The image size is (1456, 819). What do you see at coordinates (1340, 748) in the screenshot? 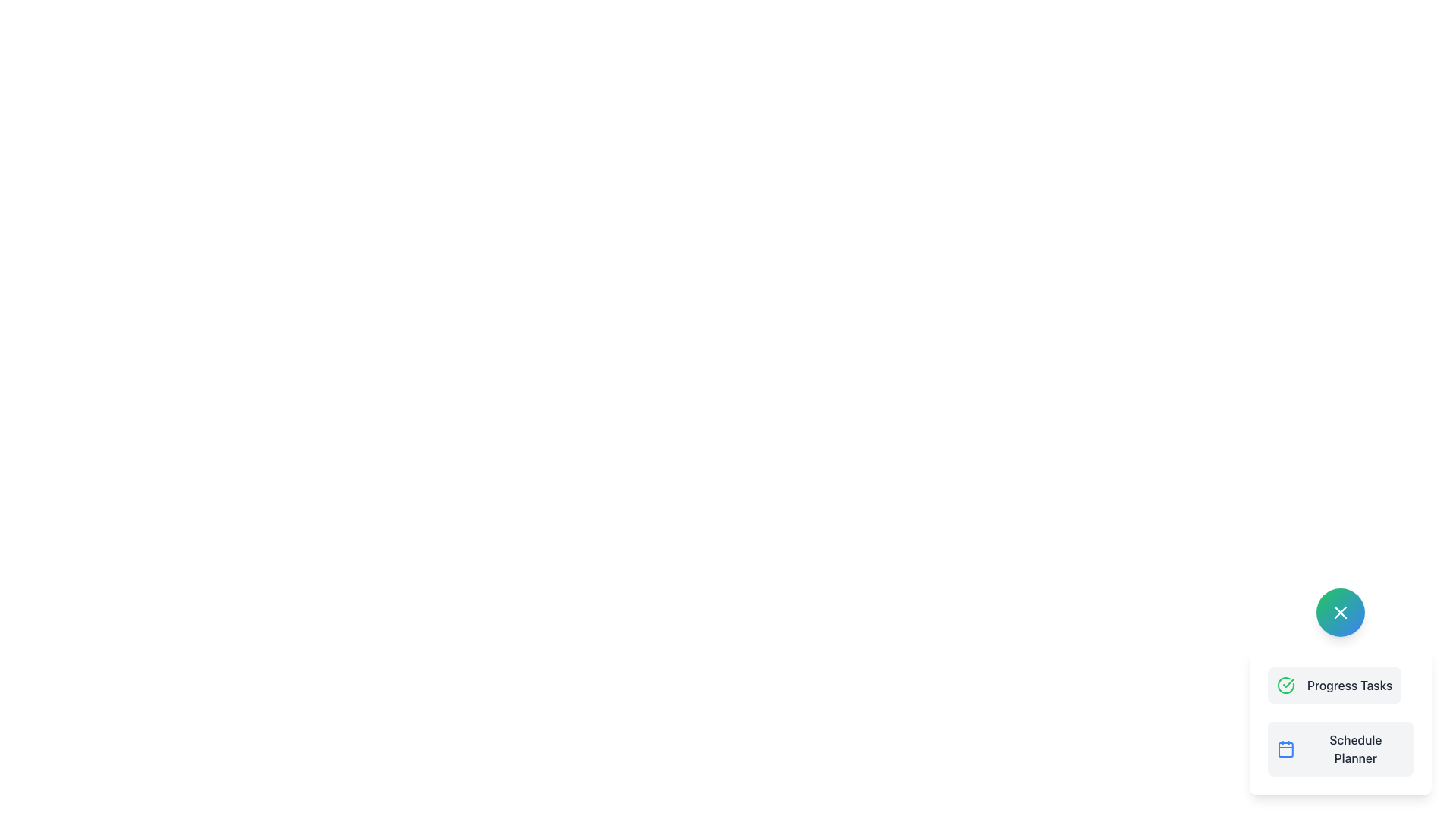
I see `the 'Schedule Planner' button, which is a rectangular button with a light gray background, rounded corners, a blue calendar icon on the left, and bold black text on the right` at bounding box center [1340, 748].